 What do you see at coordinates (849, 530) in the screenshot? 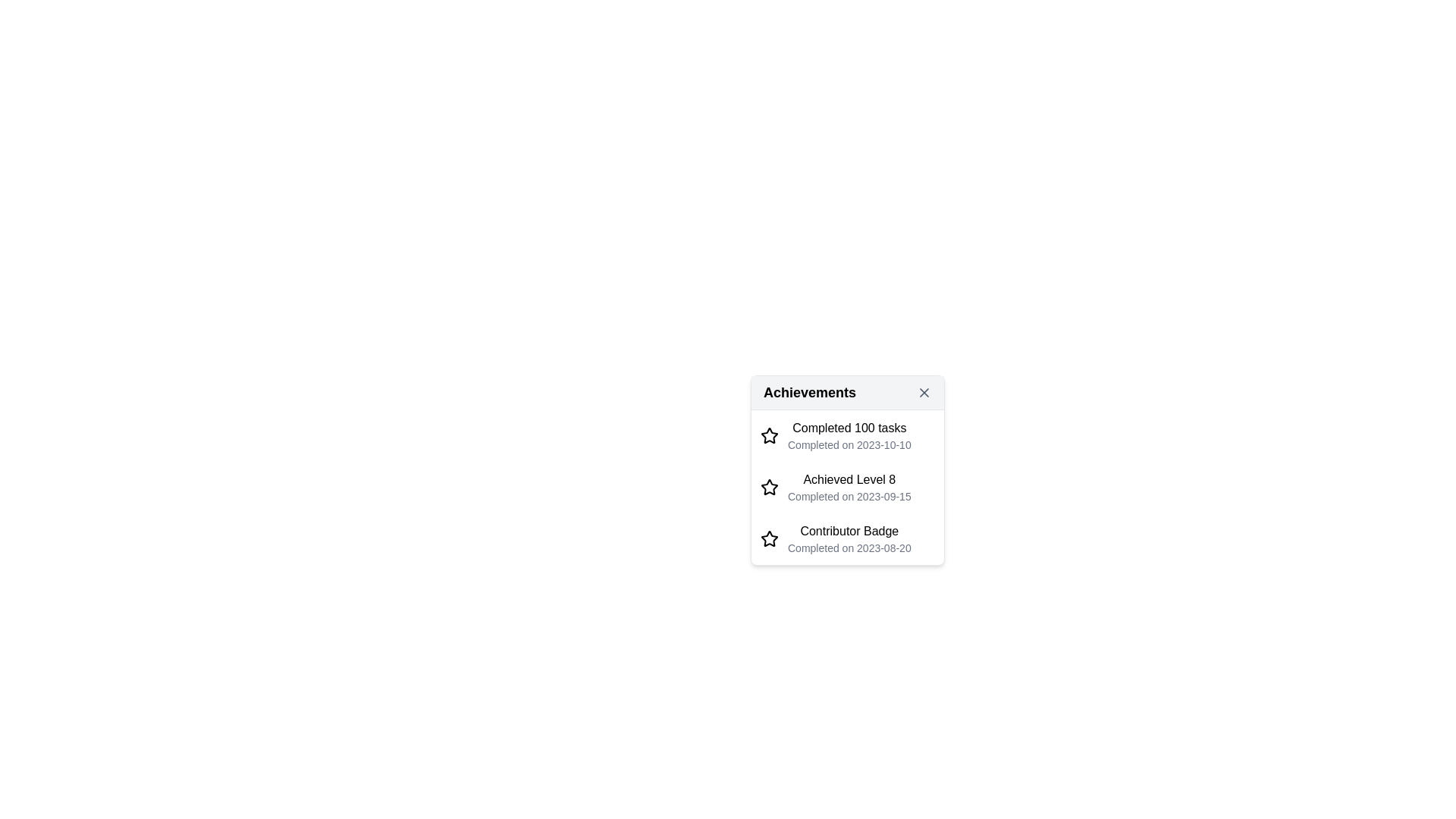
I see `the text label reading 'Contributor Badge', which is styled in bold black font and is the heading of the third achievement in a vertical list of achievements` at bounding box center [849, 530].